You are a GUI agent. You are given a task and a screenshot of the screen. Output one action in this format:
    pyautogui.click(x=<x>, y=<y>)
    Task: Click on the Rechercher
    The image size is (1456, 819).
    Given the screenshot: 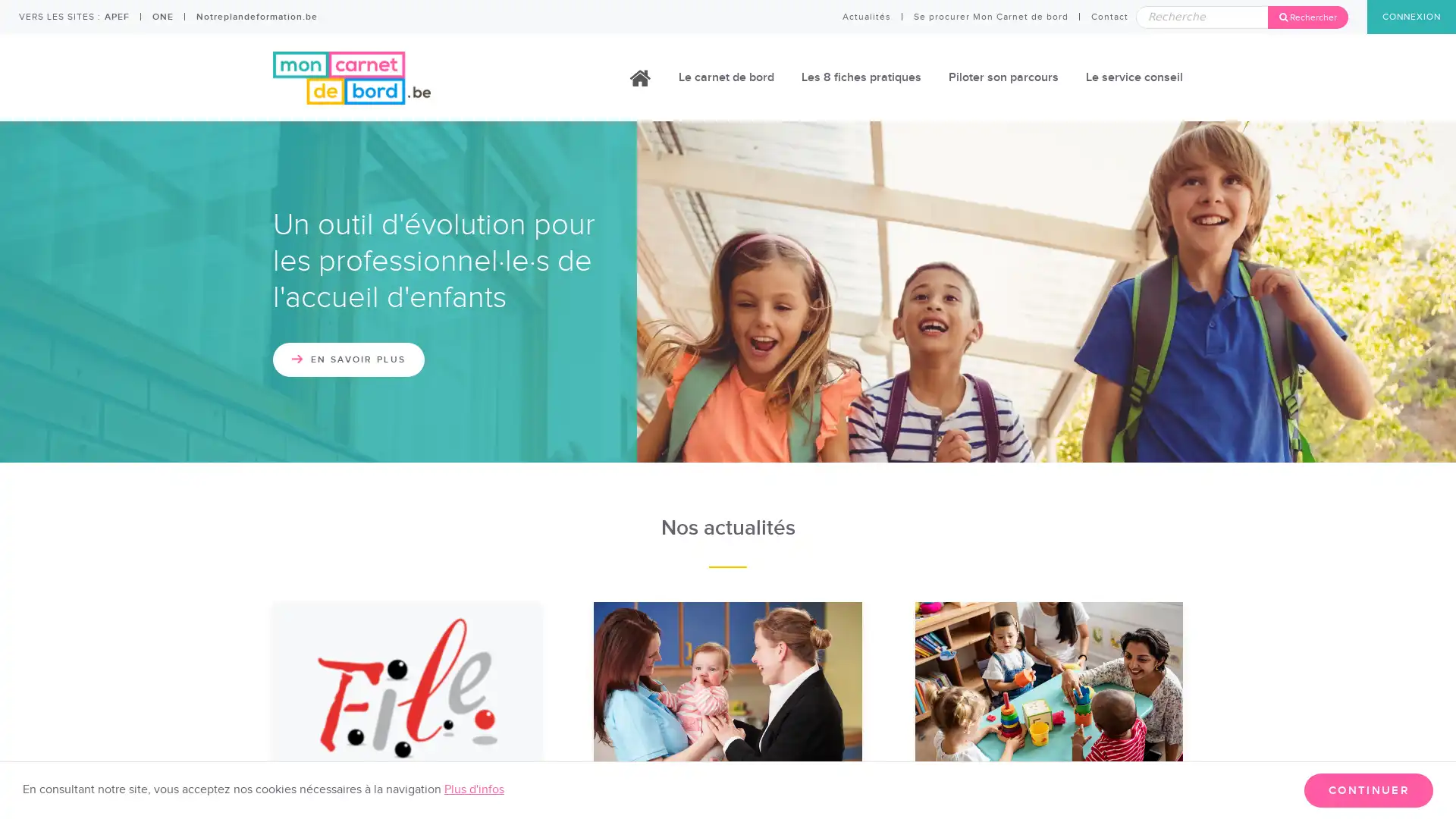 What is the action you would take?
    pyautogui.click(x=1307, y=17)
    